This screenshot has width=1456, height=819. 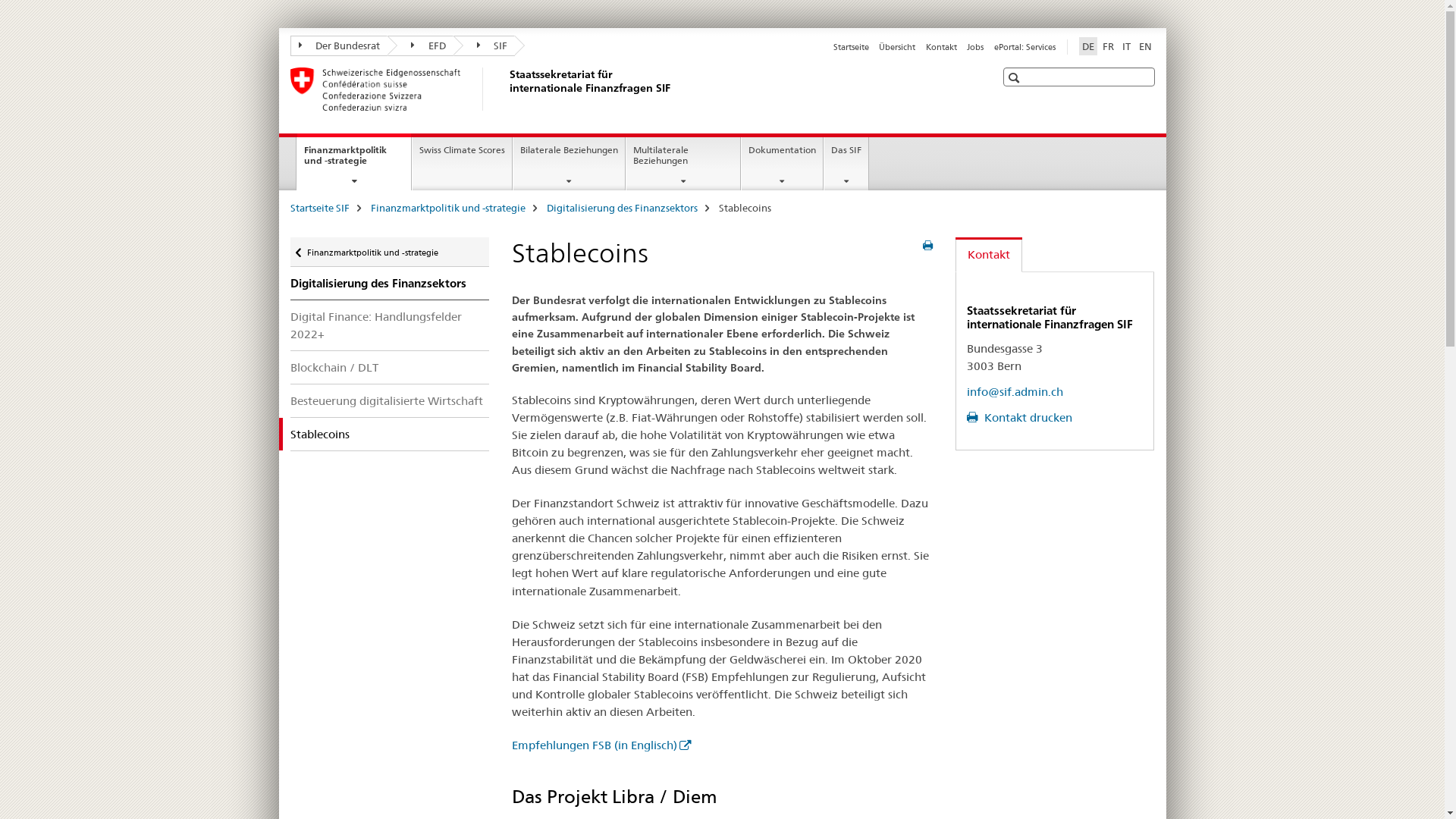 What do you see at coordinates (626, 164) in the screenshot?
I see `'Multilaterale Beziehungen'` at bounding box center [626, 164].